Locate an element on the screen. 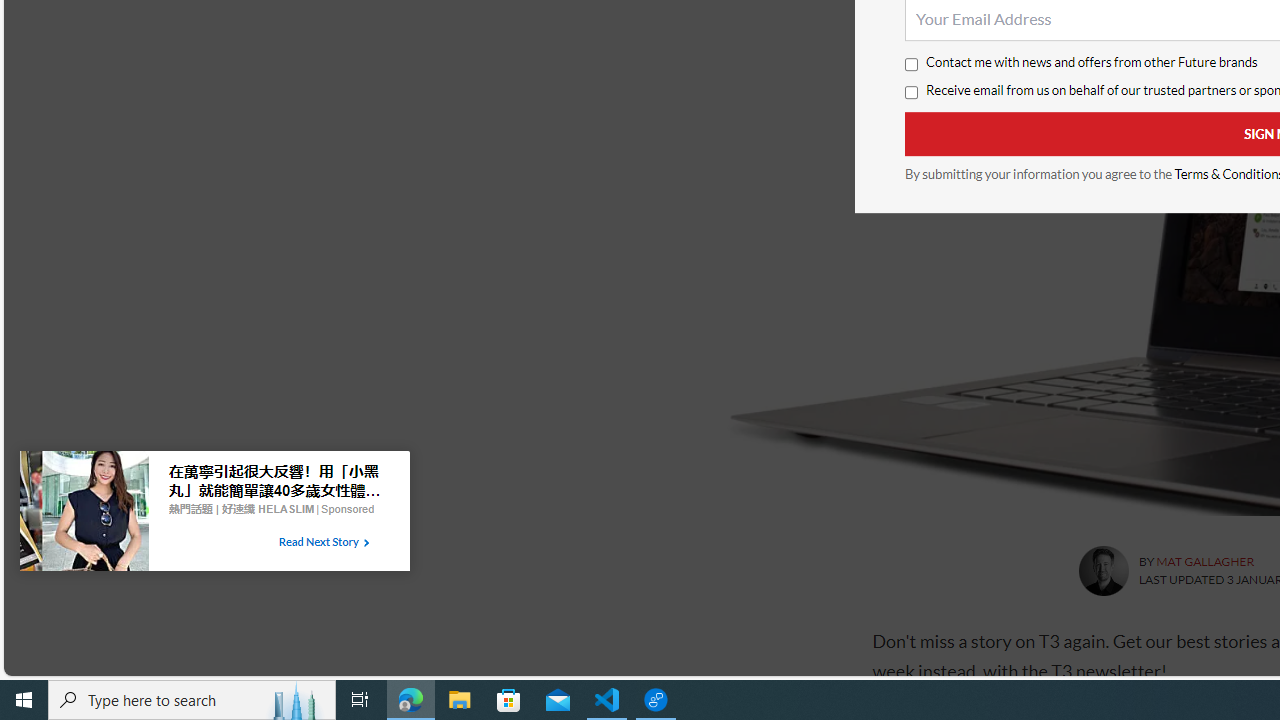 The width and height of the screenshot is (1280, 720). 'Class: tbl-arrow-icon arrow-2' is located at coordinates (366, 543).